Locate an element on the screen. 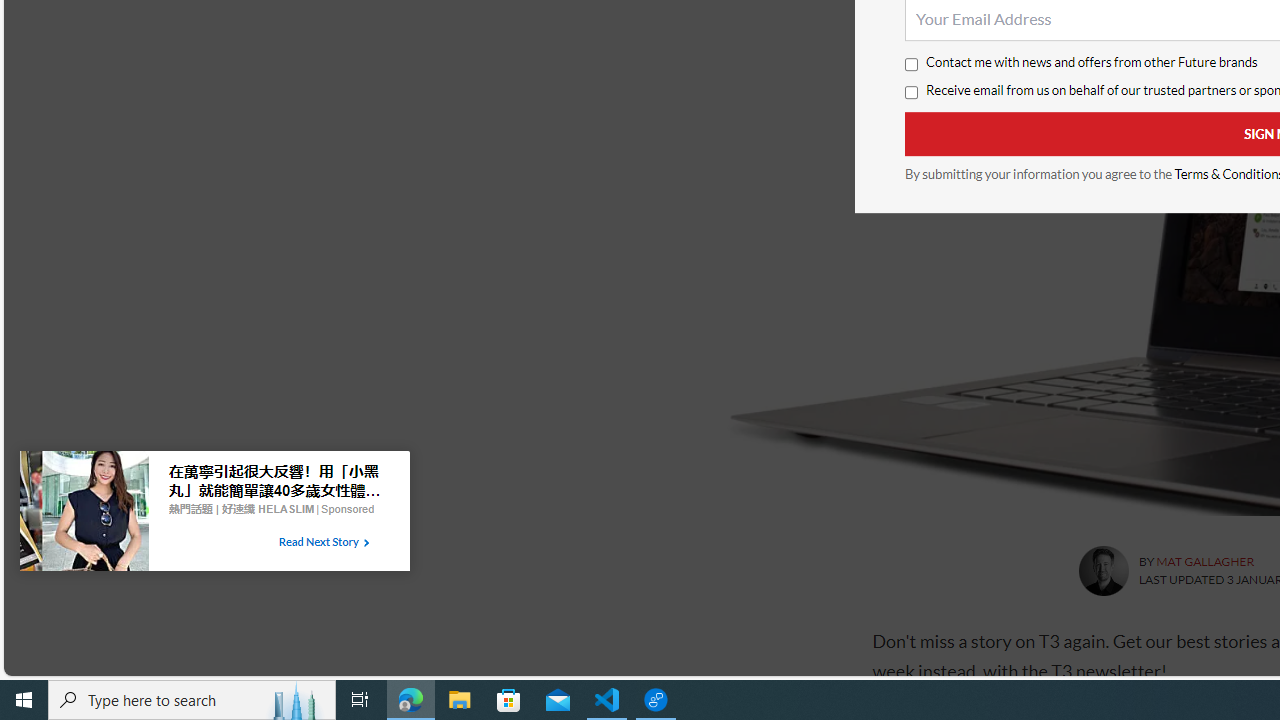 The width and height of the screenshot is (1280, 720). 'Class: tbl-arrow-icon arrow-2' is located at coordinates (366, 543).